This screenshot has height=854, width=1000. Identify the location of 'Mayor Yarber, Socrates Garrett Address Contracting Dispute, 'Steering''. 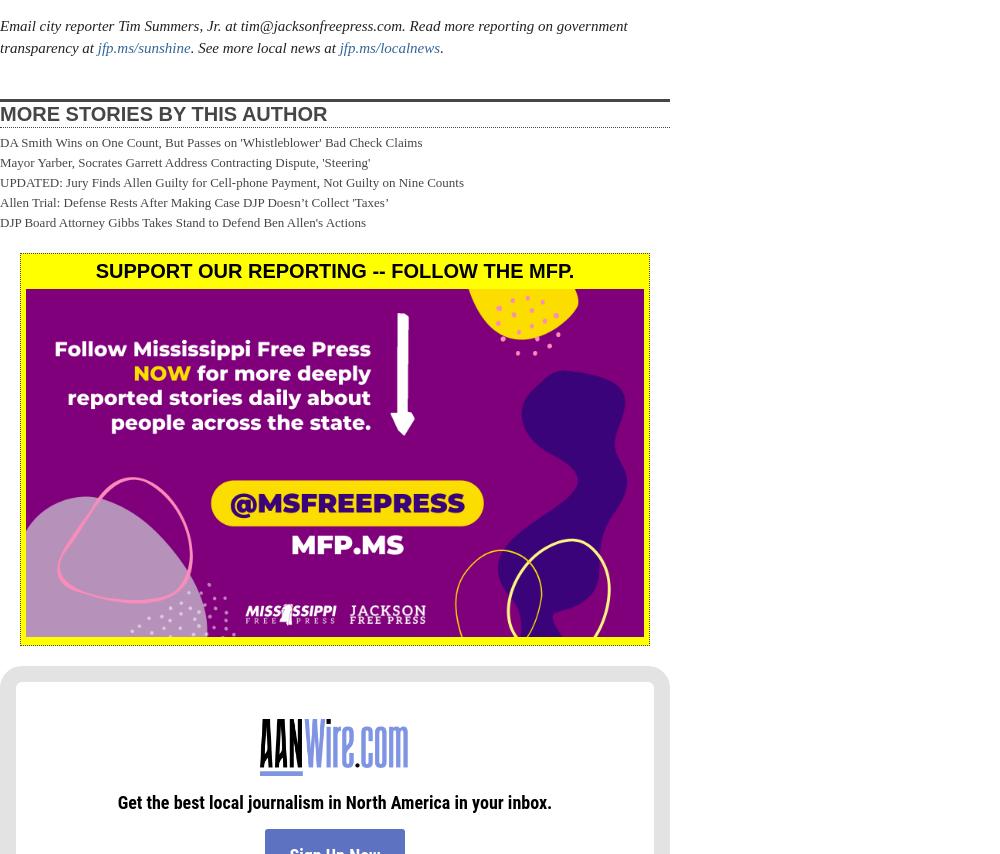
(185, 162).